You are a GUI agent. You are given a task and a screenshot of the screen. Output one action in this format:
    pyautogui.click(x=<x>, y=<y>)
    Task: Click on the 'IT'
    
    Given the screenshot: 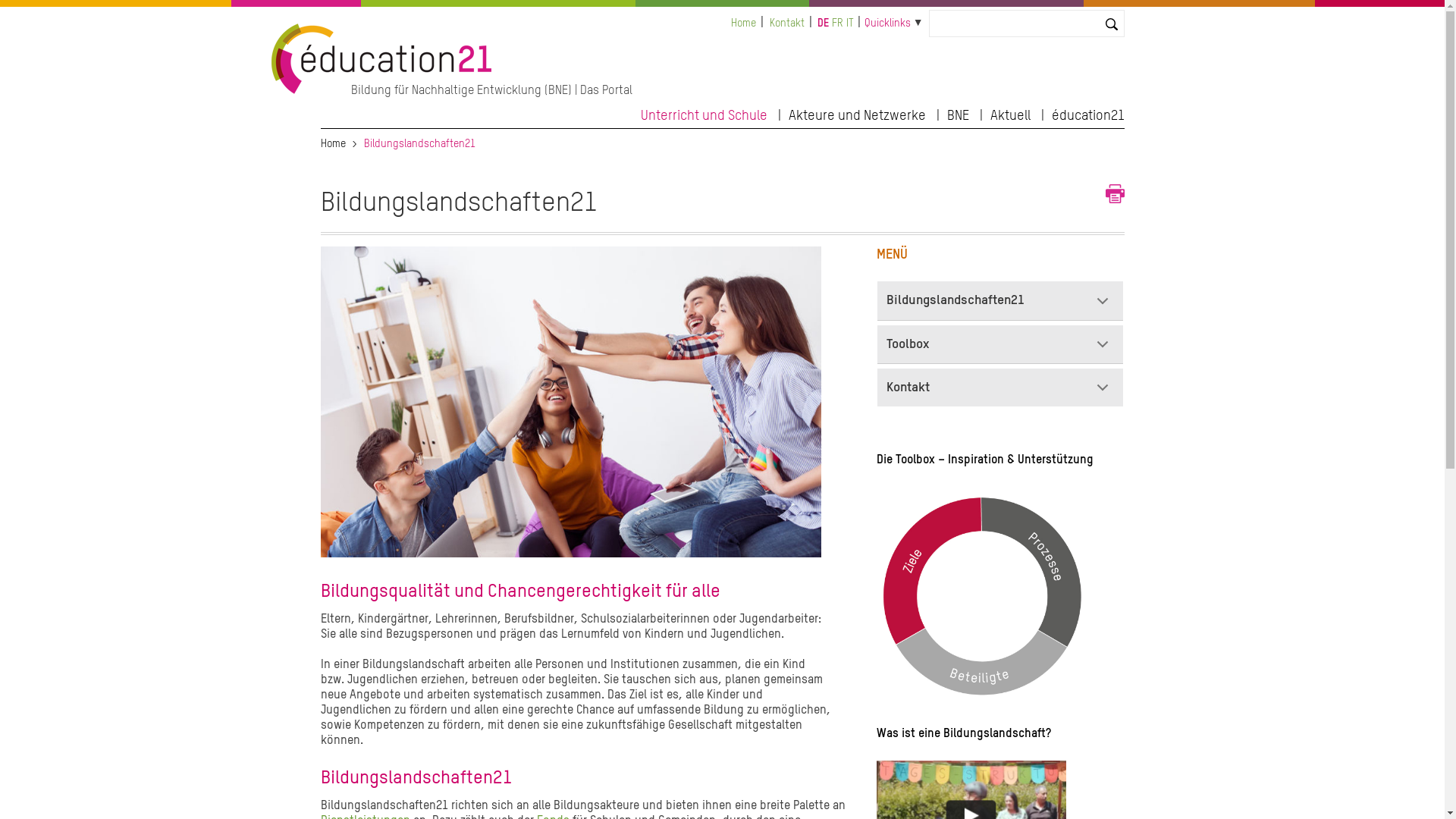 What is the action you would take?
    pyautogui.click(x=850, y=23)
    